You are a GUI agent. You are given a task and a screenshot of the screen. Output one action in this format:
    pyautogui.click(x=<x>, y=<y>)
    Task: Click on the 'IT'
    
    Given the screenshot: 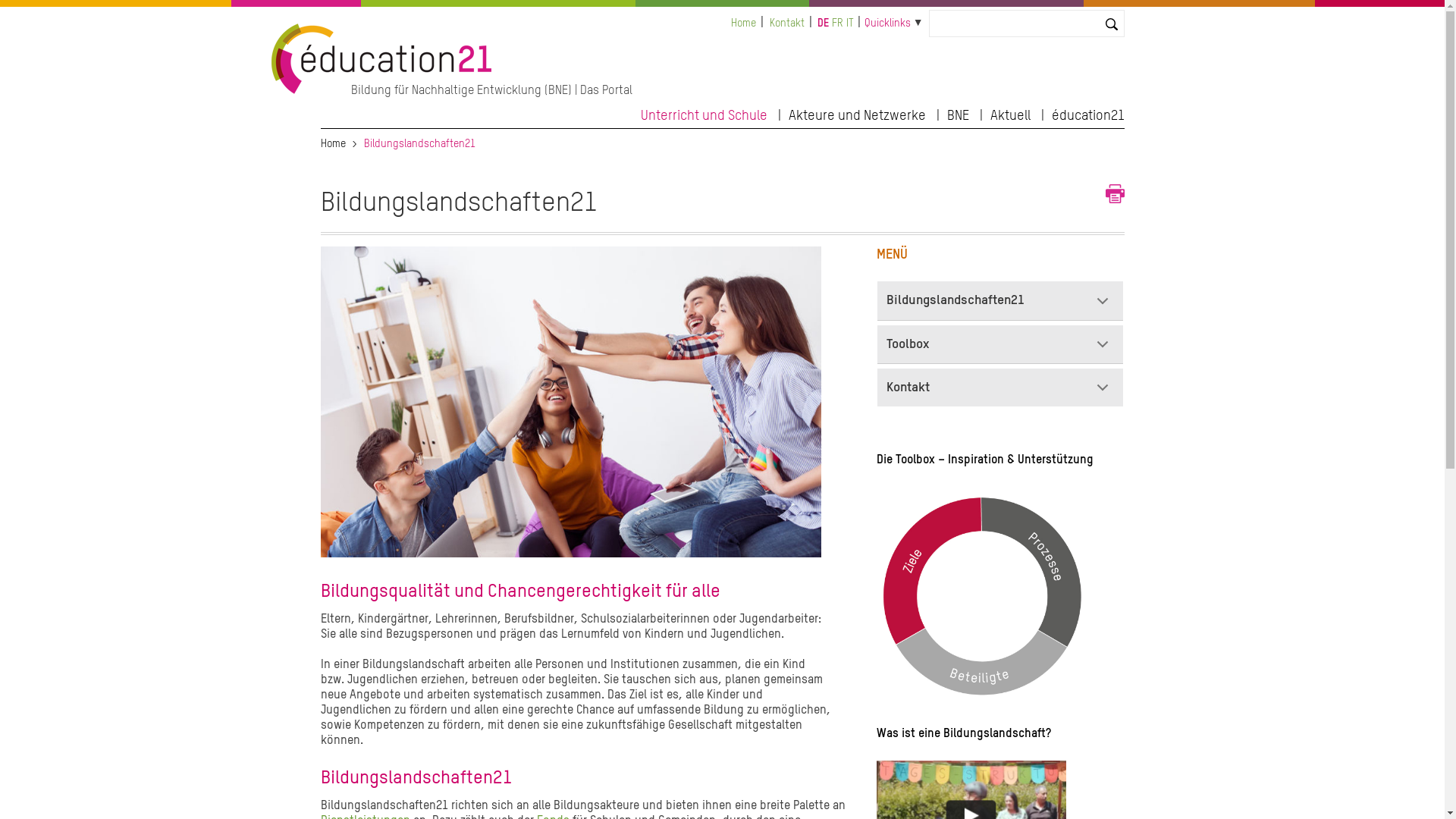 What is the action you would take?
    pyautogui.click(x=850, y=23)
    